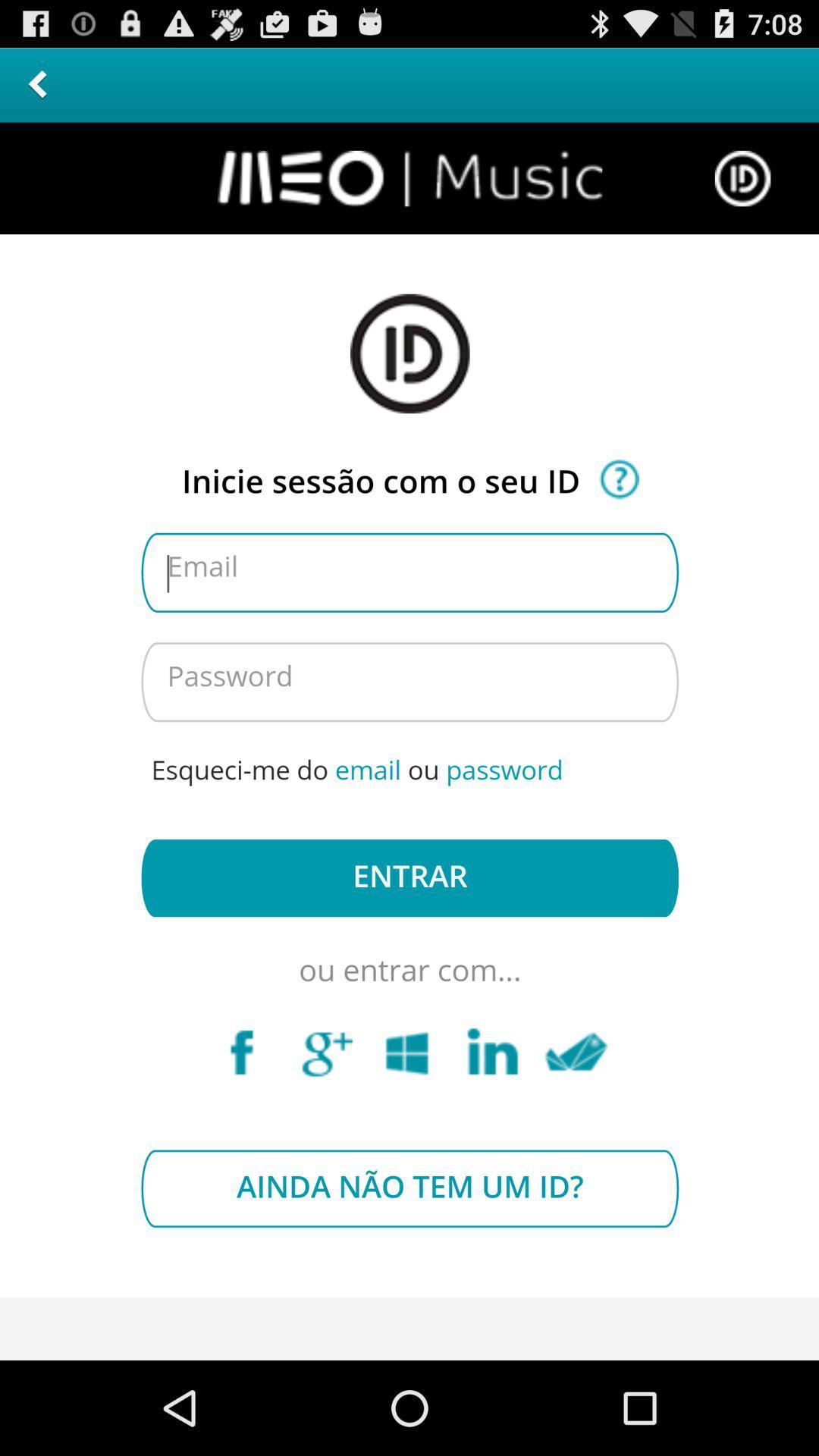 This screenshot has height=1456, width=819. What do you see at coordinates (36, 90) in the screenshot?
I see `the arrow_backward icon` at bounding box center [36, 90].